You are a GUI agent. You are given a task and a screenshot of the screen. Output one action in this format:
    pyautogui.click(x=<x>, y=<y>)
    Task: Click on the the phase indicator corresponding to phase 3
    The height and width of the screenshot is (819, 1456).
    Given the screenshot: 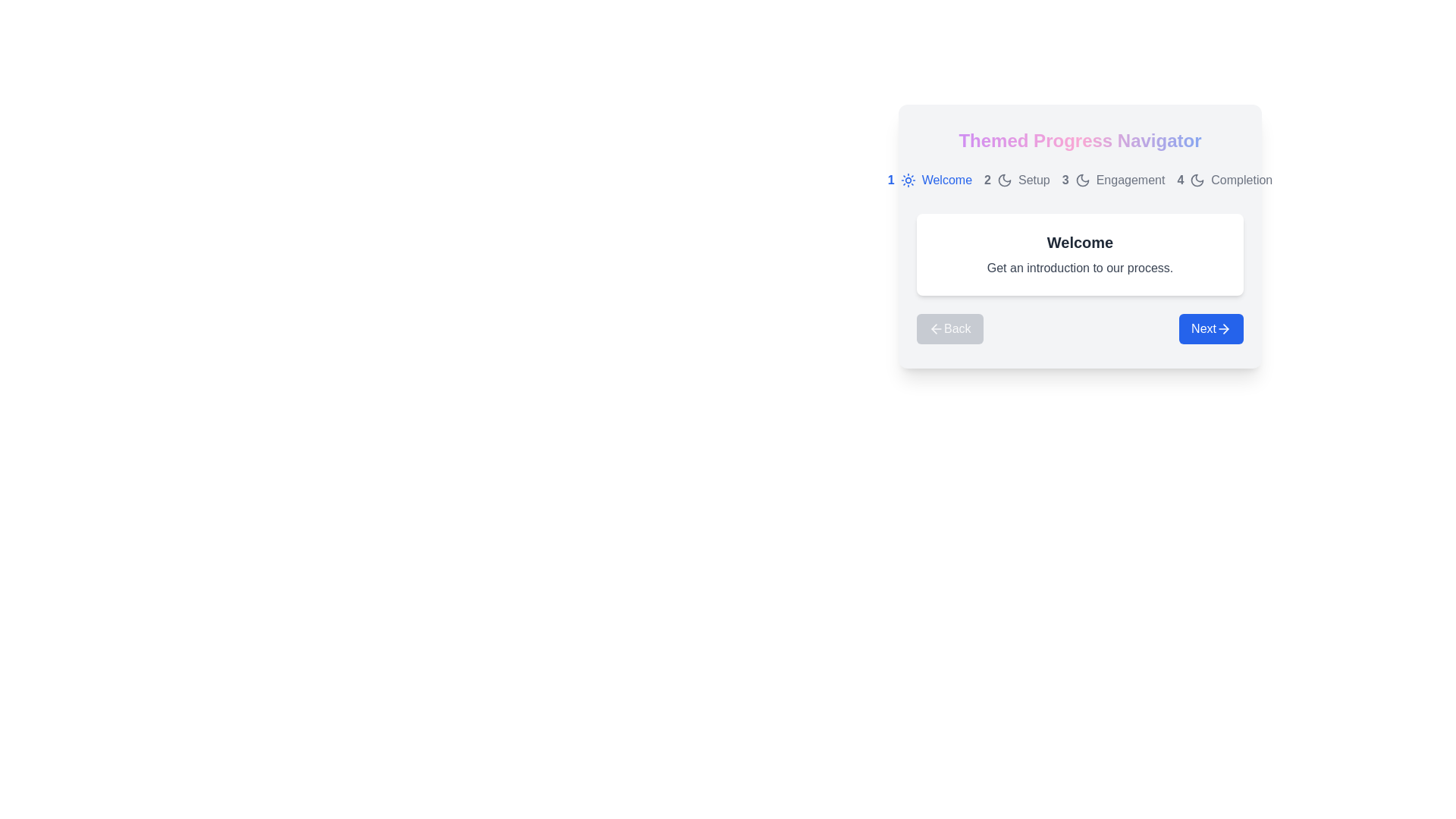 What is the action you would take?
    pyautogui.click(x=1113, y=180)
    